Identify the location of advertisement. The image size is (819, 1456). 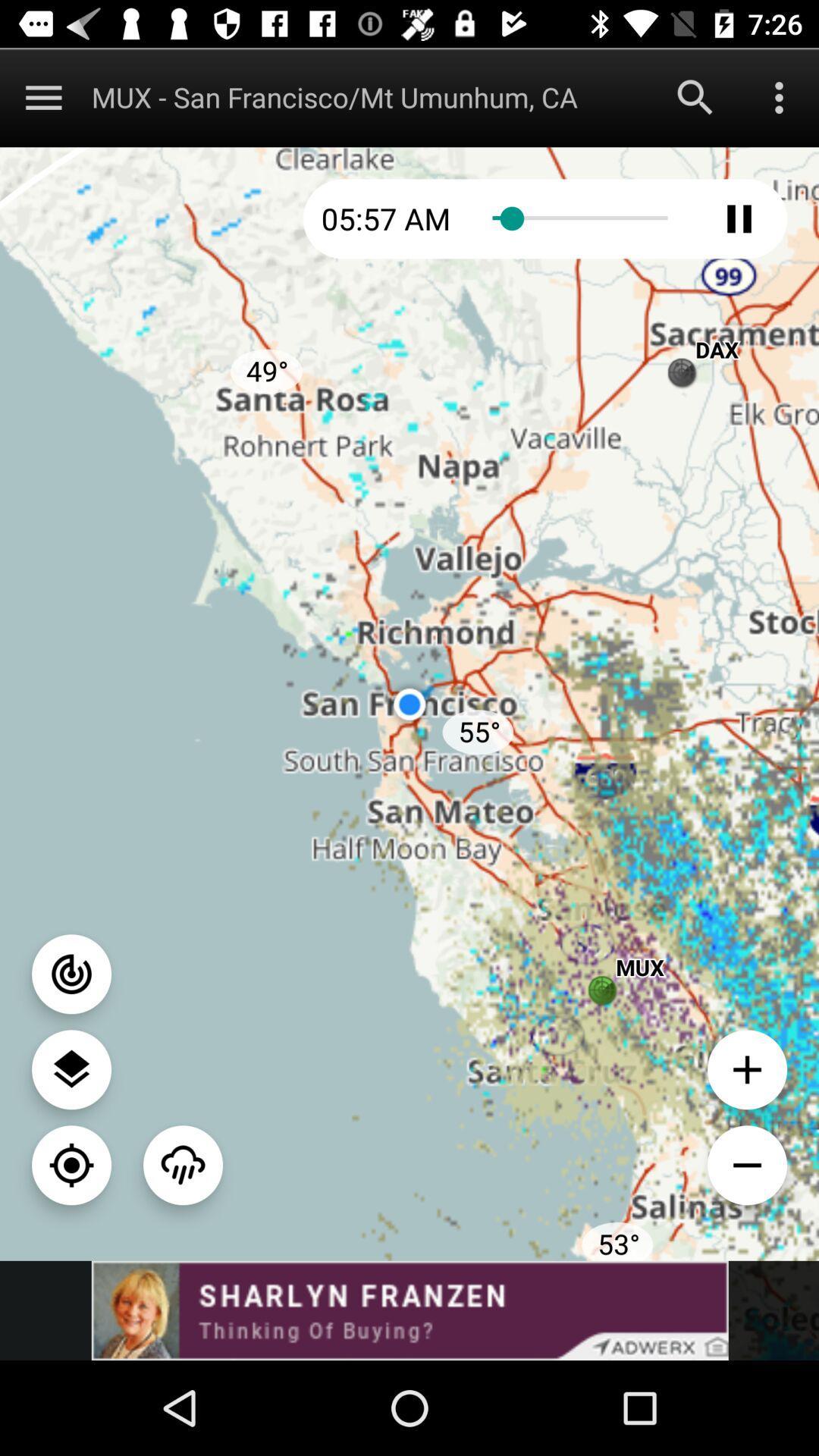
(409, 1310).